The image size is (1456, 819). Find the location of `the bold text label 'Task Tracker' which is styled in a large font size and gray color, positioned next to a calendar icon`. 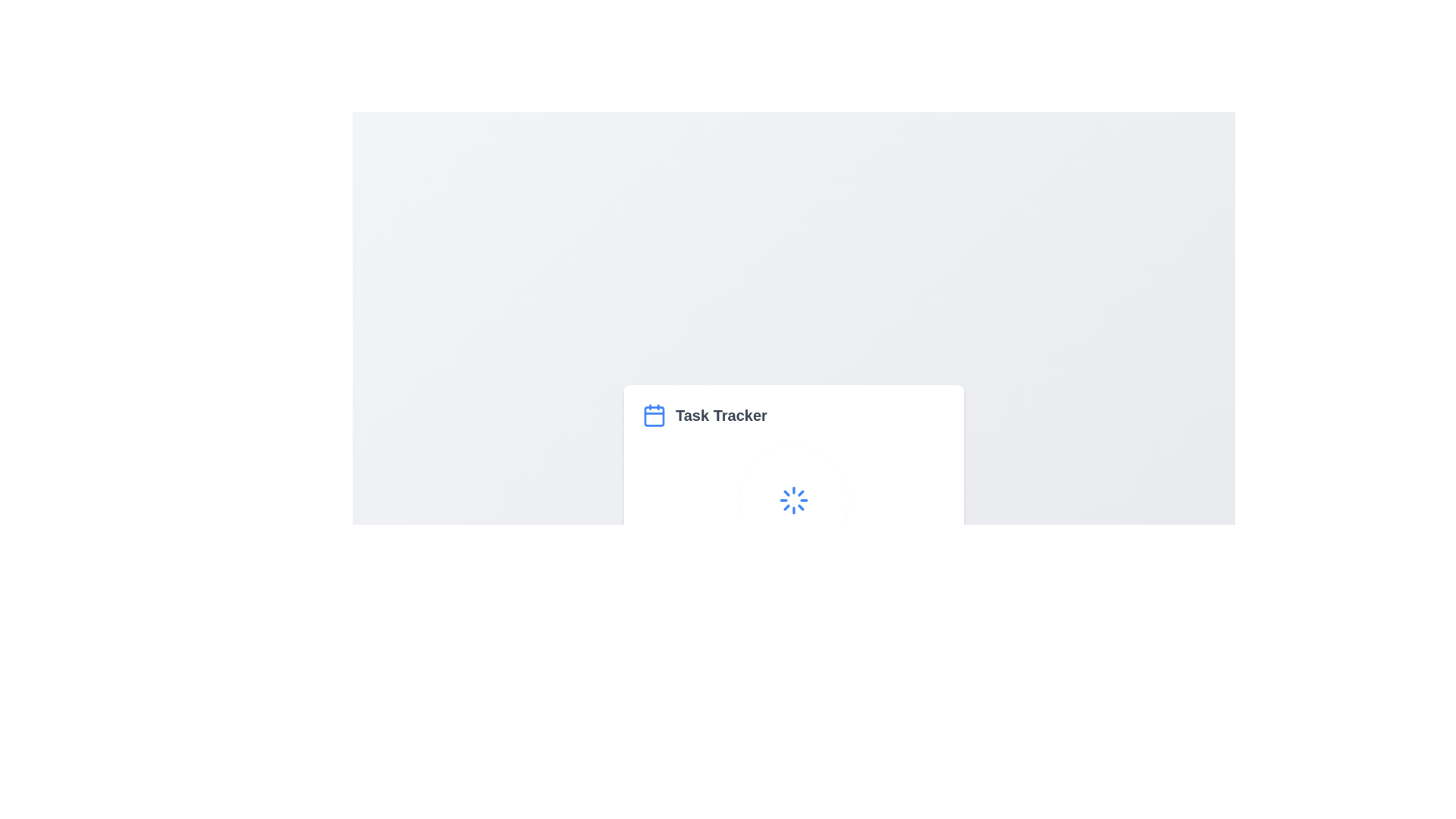

the bold text label 'Task Tracker' which is styled in a large font size and gray color, positioned next to a calendar icon is located at coordinates (720, 415).